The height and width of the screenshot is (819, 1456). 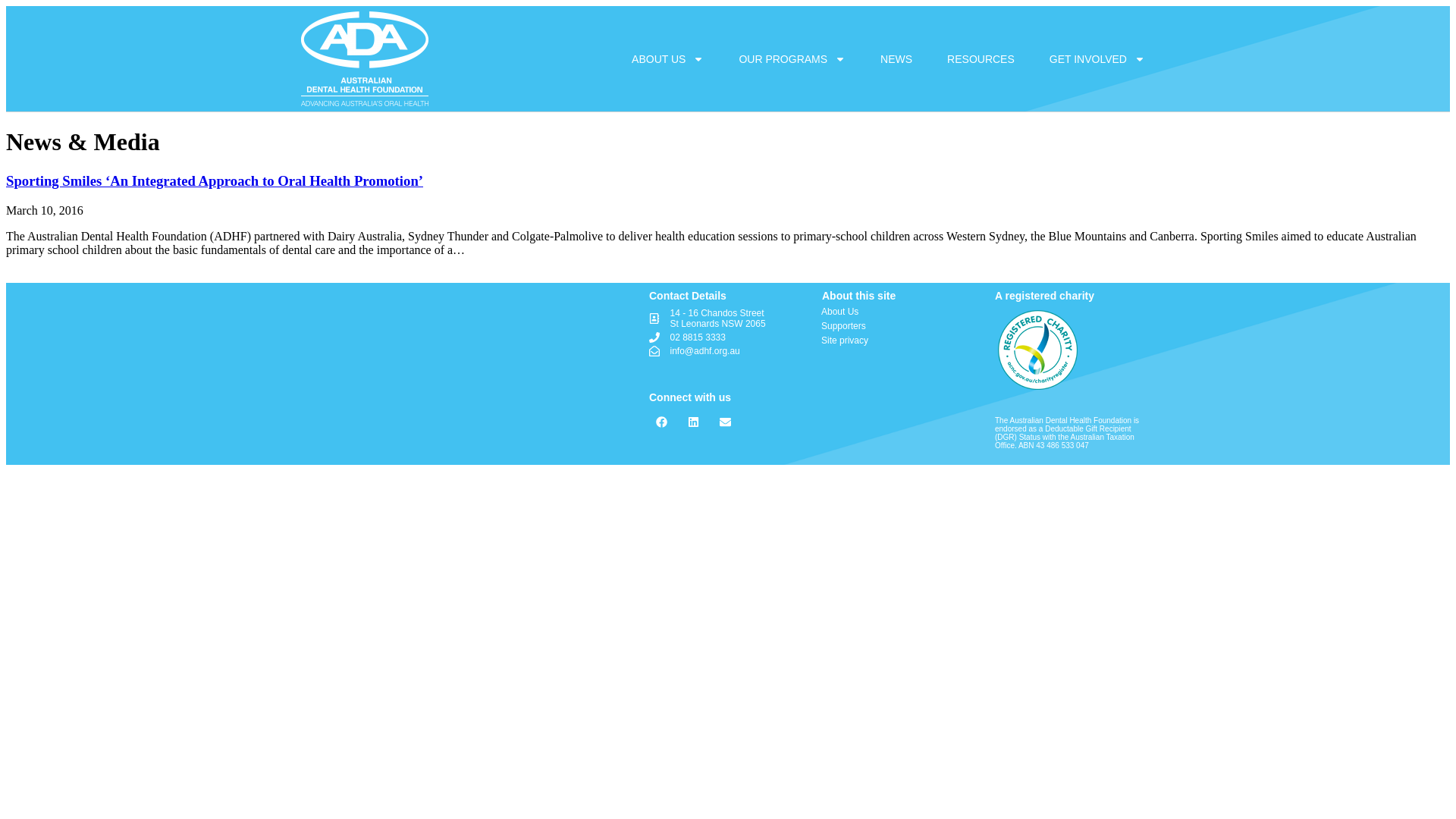 What do you see at coordinates (930, 58) in the screenshot?
I see `'RESOURCES'` at bounding box center [930, 58].